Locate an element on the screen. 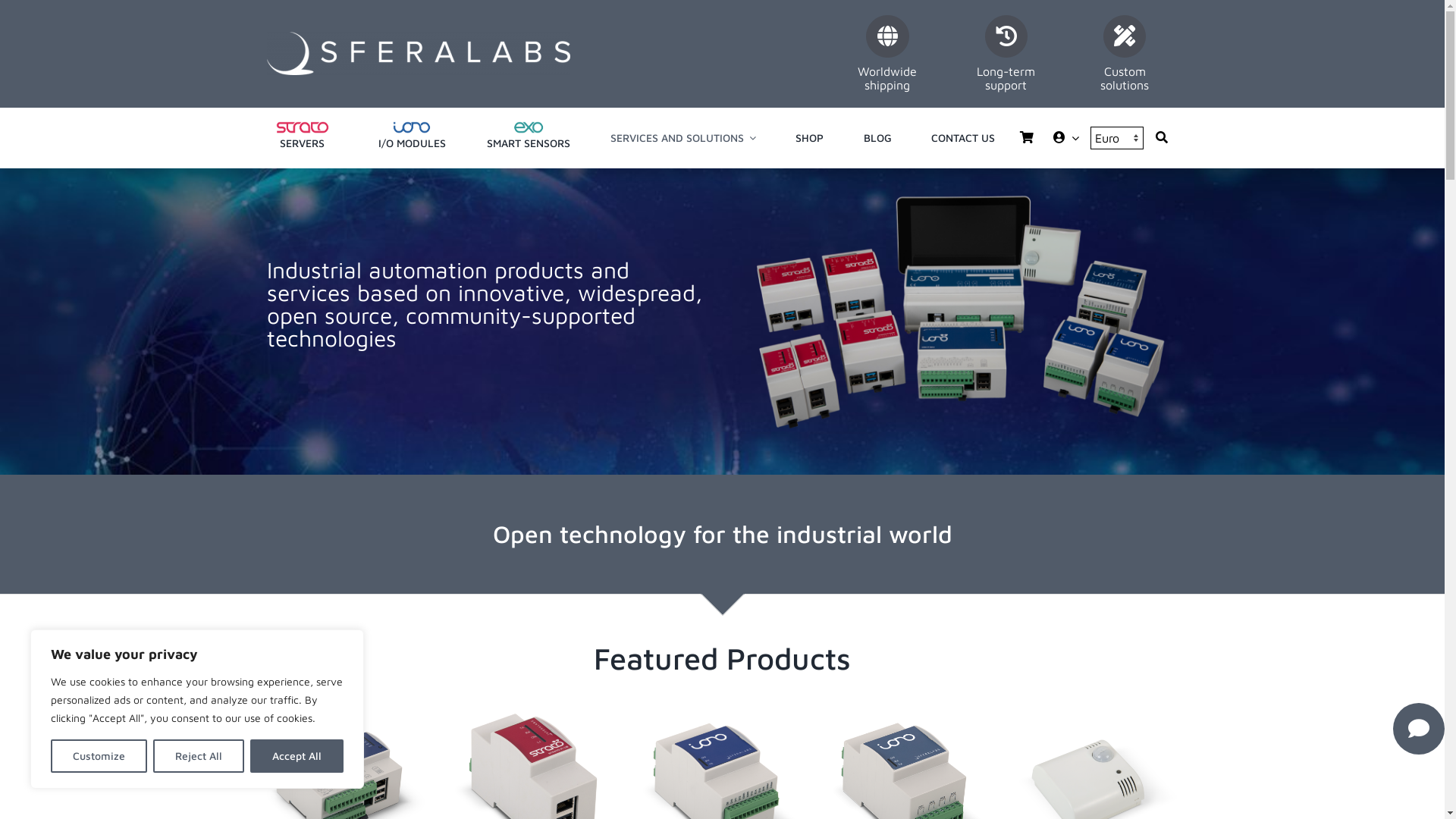  'SMART SENSORS' is located at coordinates (528, 137).